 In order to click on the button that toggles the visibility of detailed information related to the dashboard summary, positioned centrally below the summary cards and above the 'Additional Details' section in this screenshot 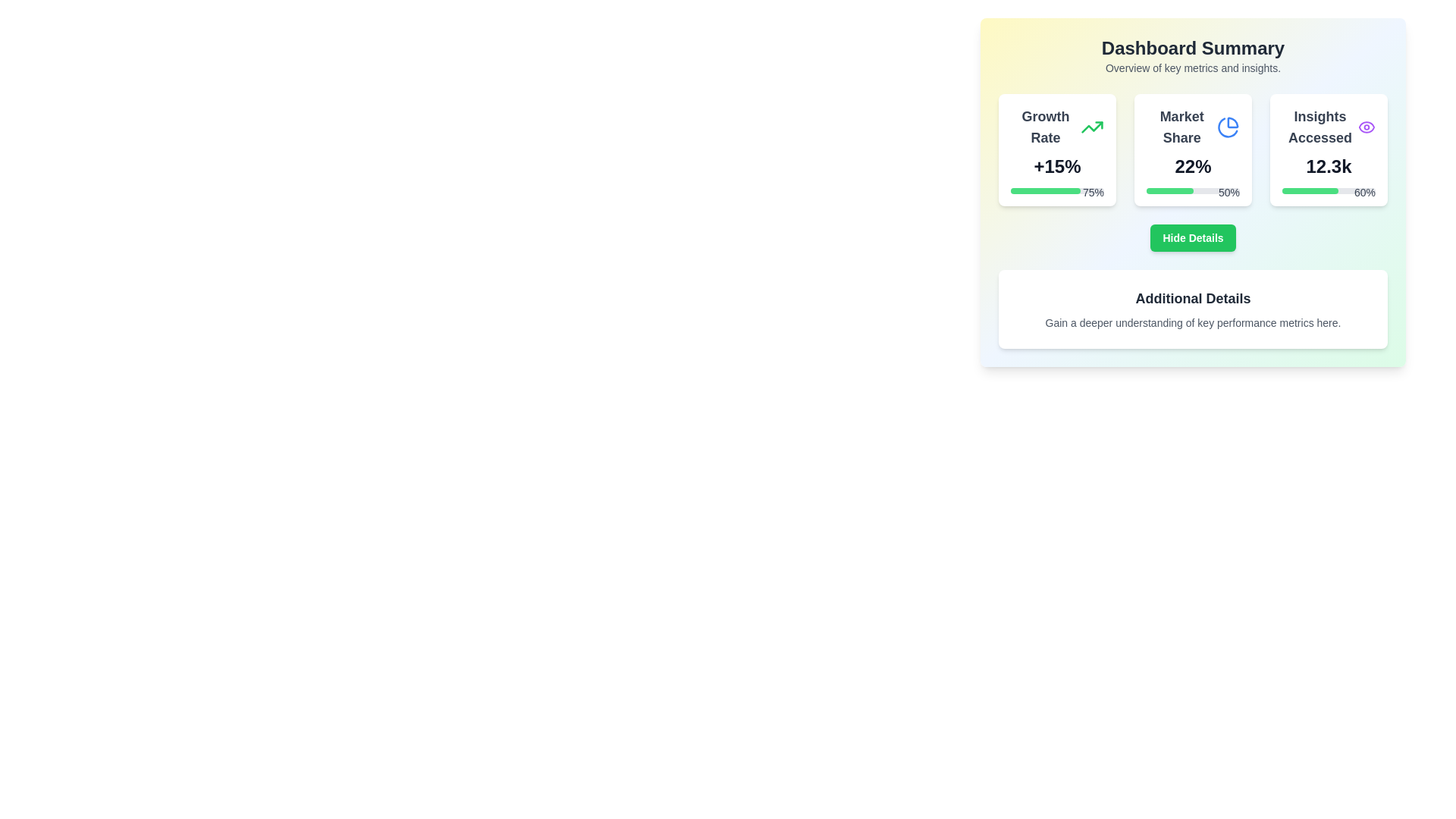, I will do `click(1192, 237)`.